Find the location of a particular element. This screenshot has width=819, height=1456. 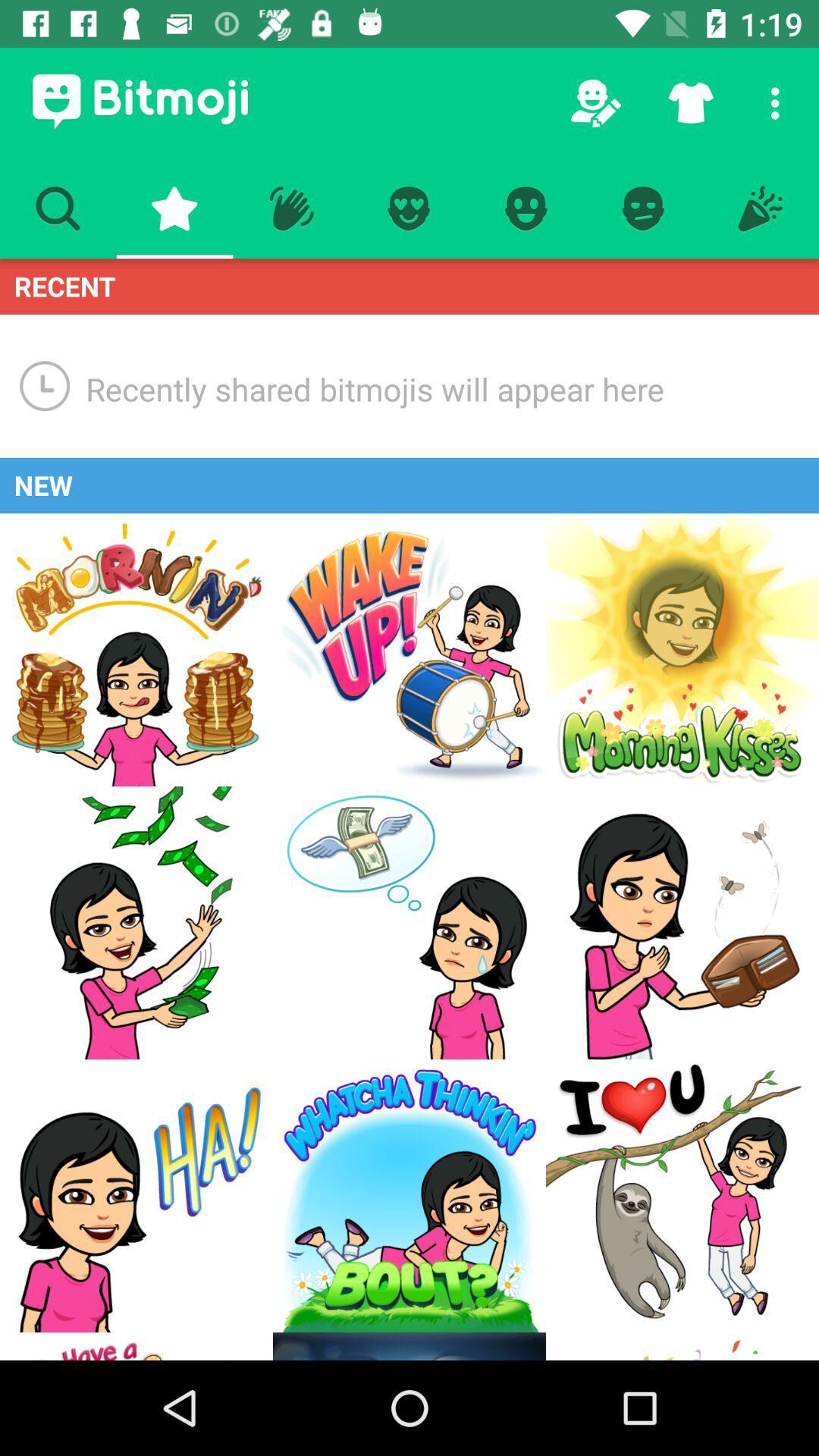

see image is located at coordinates (681, 650).